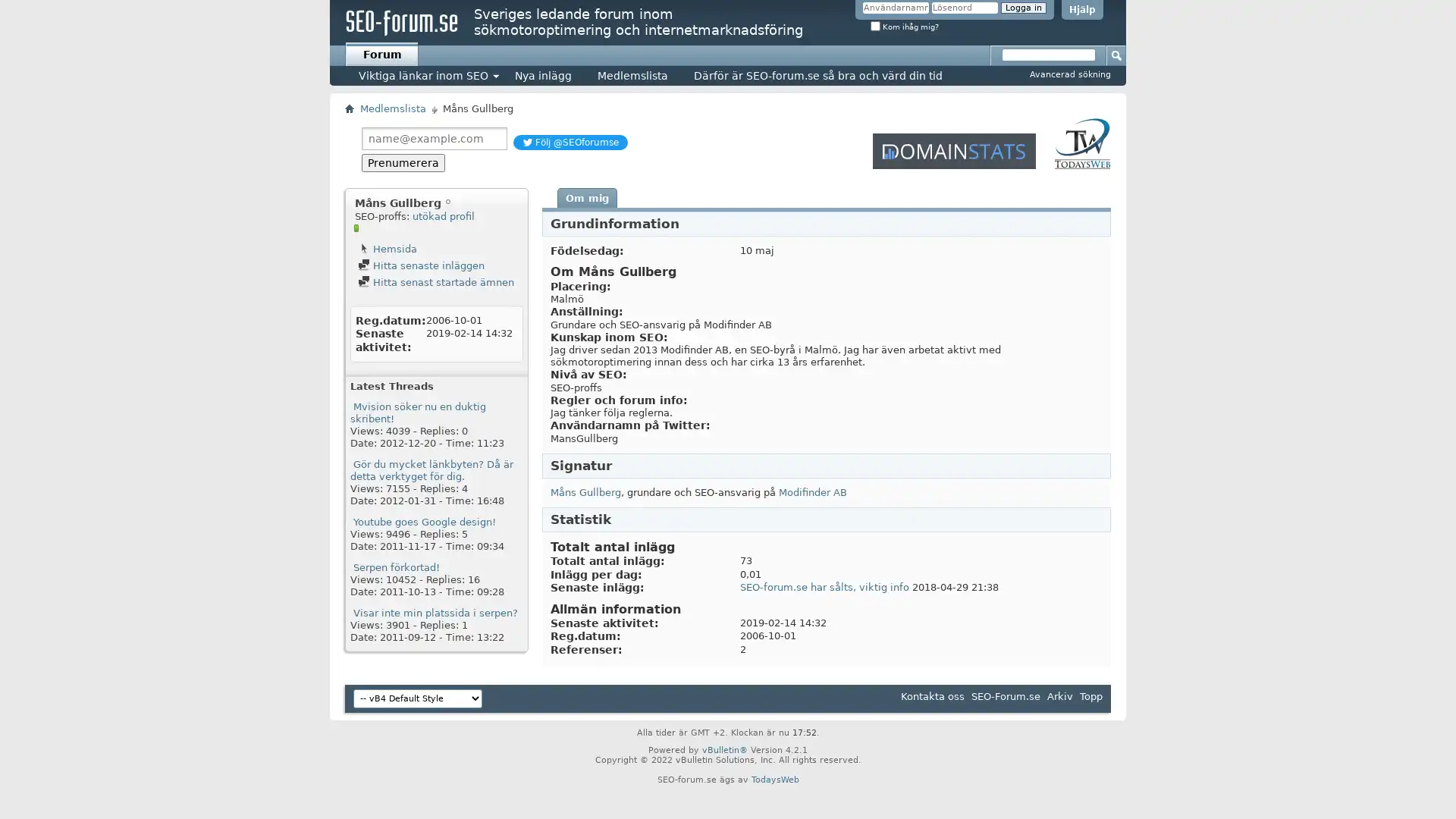 This screenshot has height=819, width=1456. Describe the element at coordinates (1023, 8) in the screenshot. I see `Logga in` at that location.